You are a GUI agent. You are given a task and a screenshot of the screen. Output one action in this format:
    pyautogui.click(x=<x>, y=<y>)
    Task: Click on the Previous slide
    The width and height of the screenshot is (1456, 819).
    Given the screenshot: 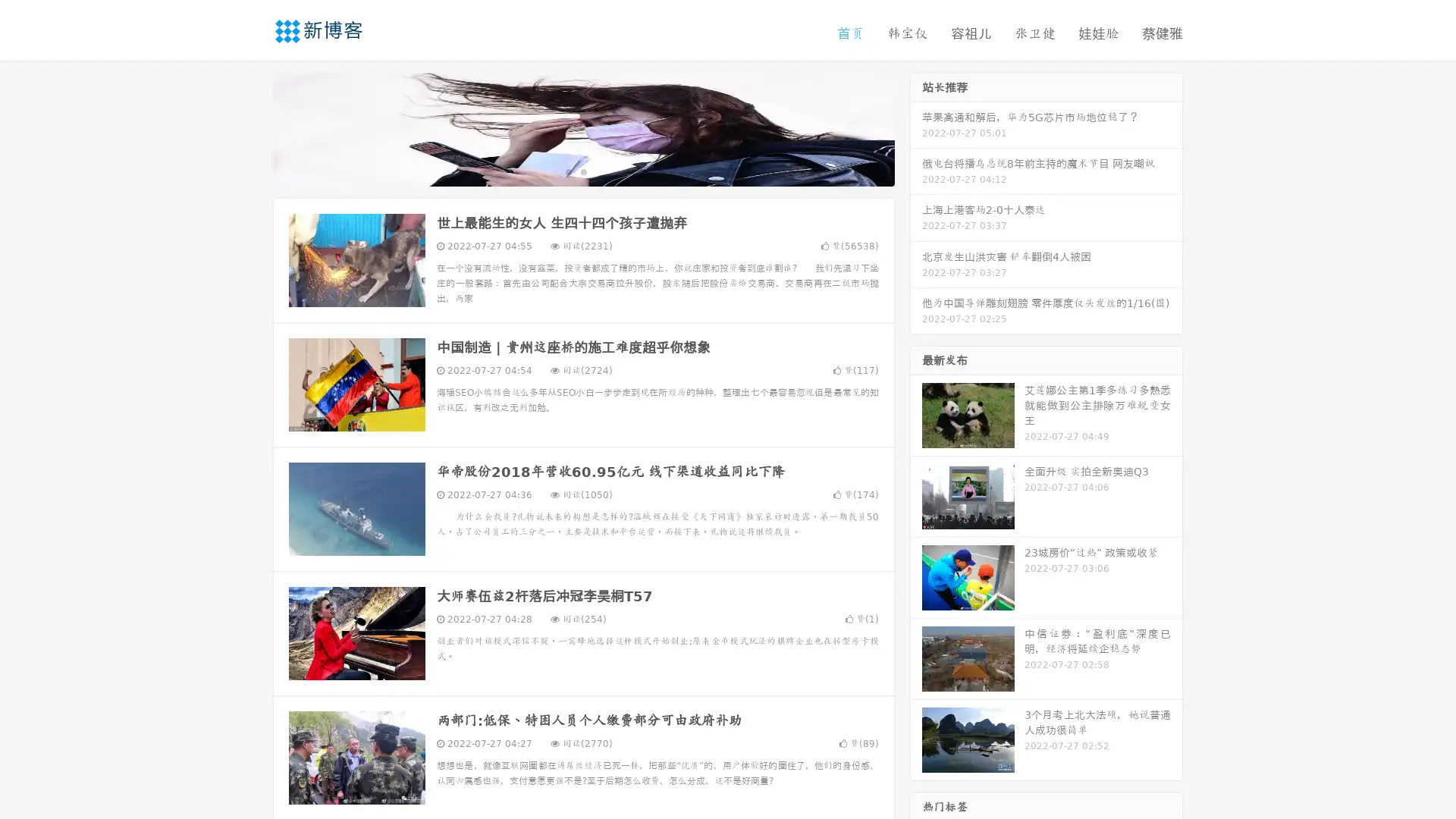 What is the action you would take?
    pyautogui.click(x=250, y=127)
    